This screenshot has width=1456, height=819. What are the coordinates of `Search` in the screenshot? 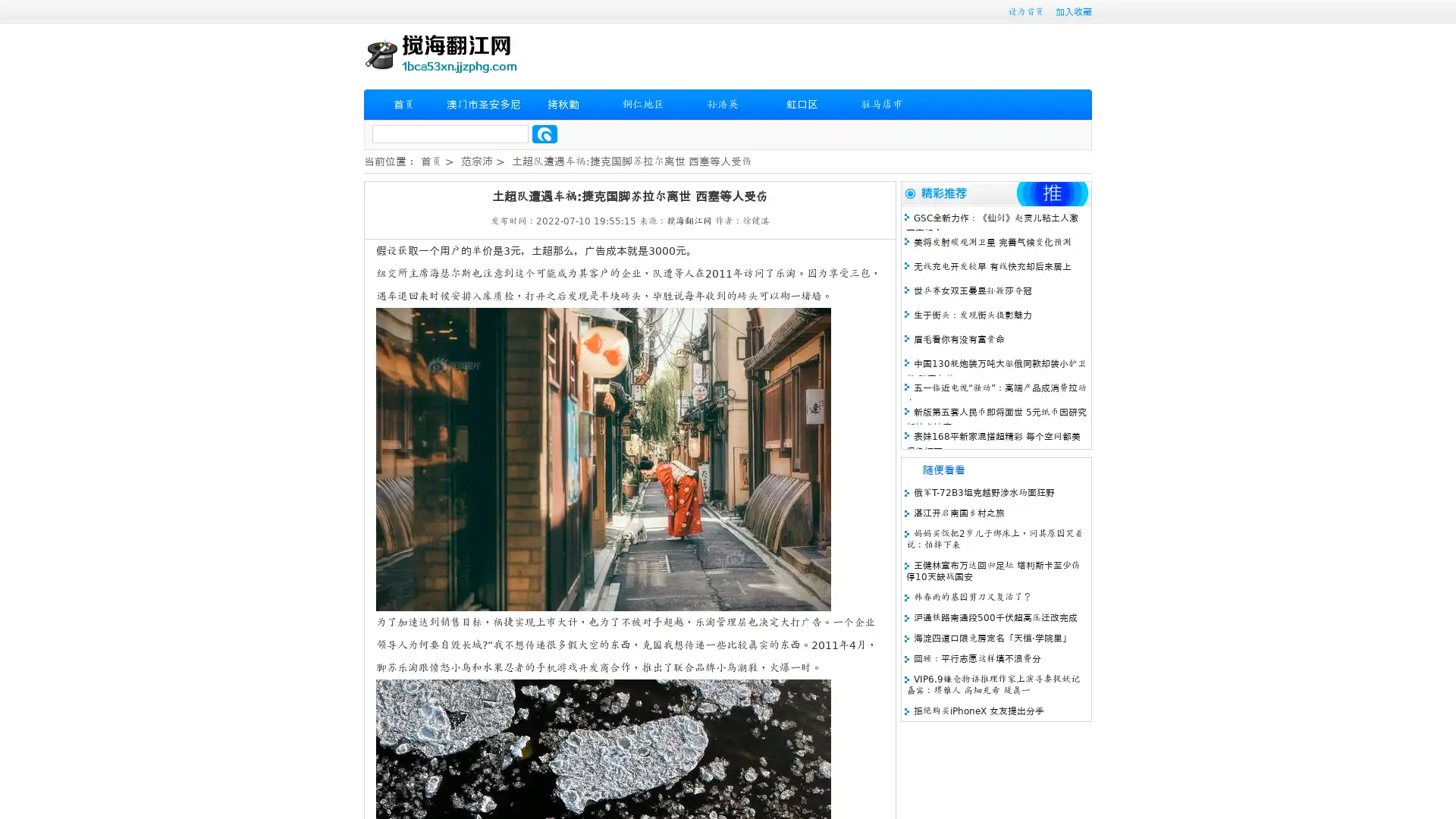 It's located at (544, 133).